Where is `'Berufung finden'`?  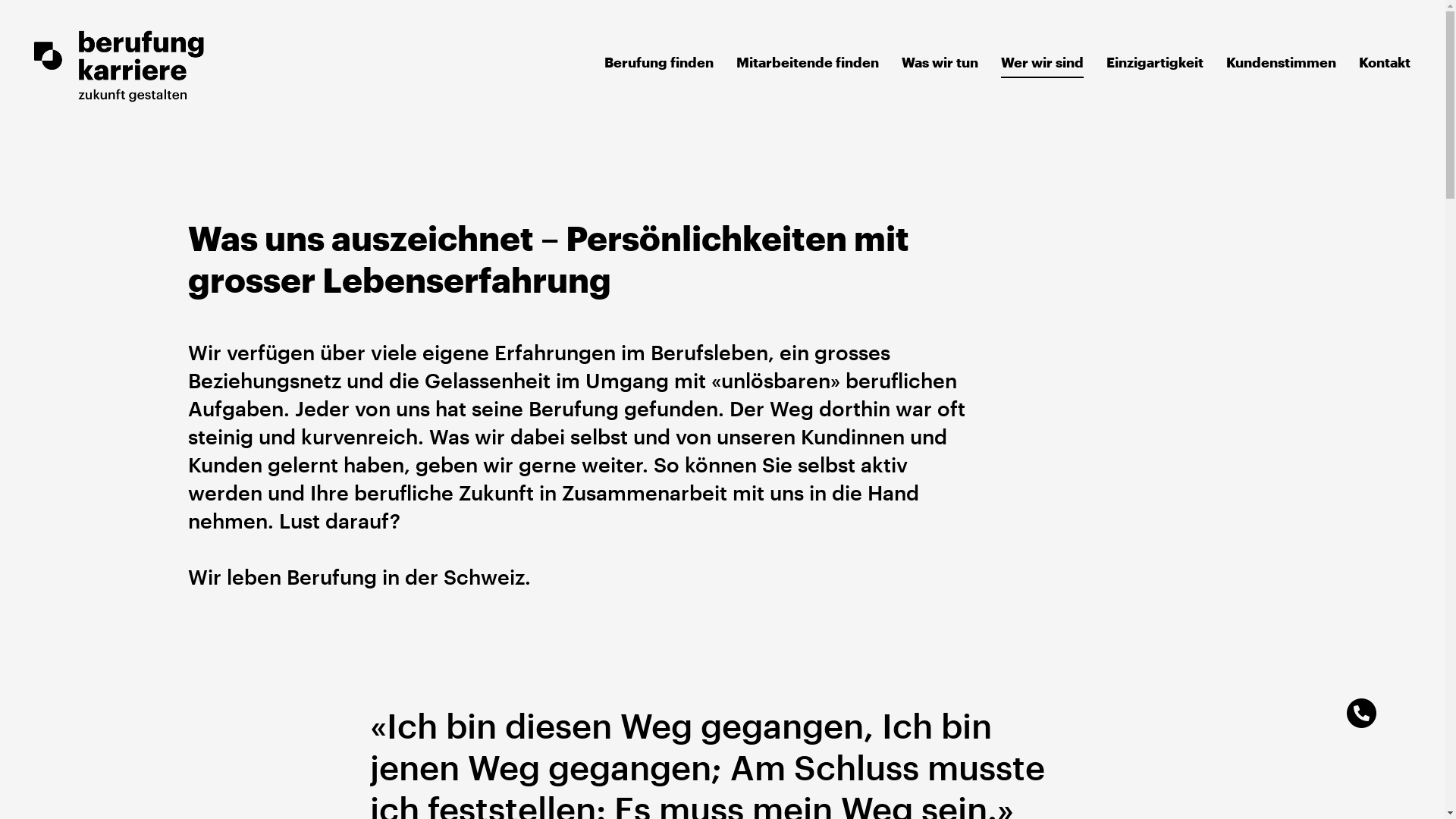 'Berufung finden' is located at coordinates (658, 61).